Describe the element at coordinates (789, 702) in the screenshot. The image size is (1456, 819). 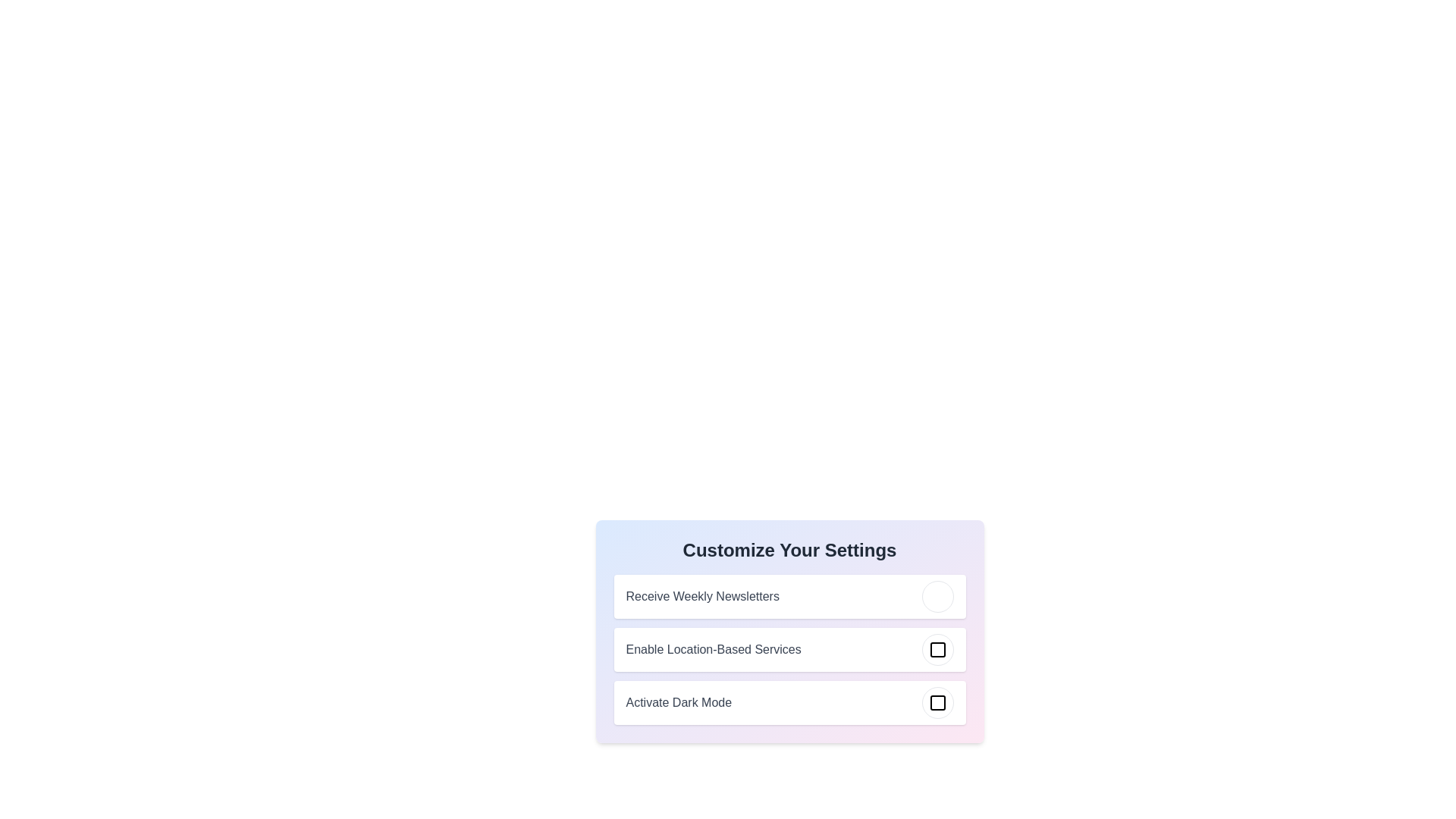
I see `the square toggle in the 'Activate Dark Mode' control` at that location.